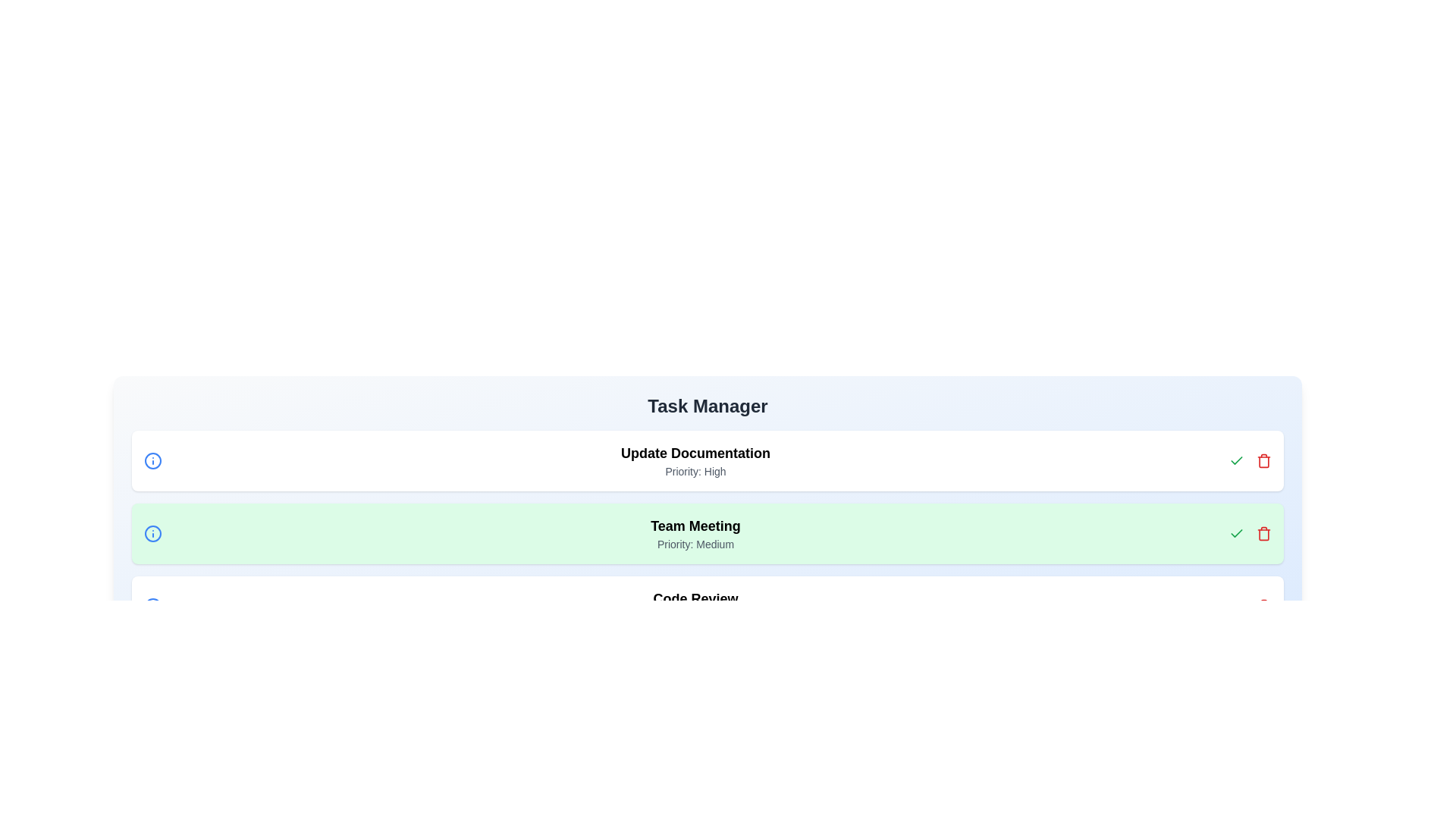 The width and height of the screenshot is (1456, 819). What do you see at coordinates (152, 533) in the screenshot?
I see `the information icon of the task with priority Medium` at bounding box center [152, 533].